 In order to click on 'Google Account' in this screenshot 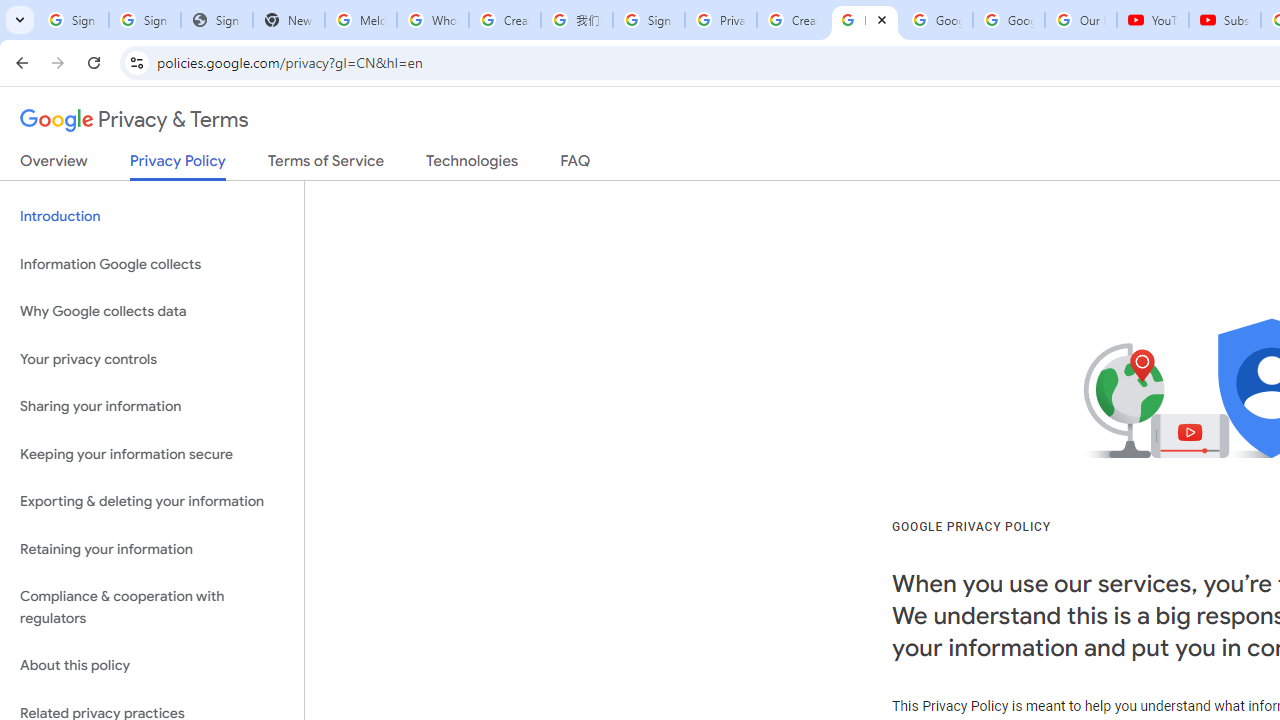, I will do `click(1008, 20)`.